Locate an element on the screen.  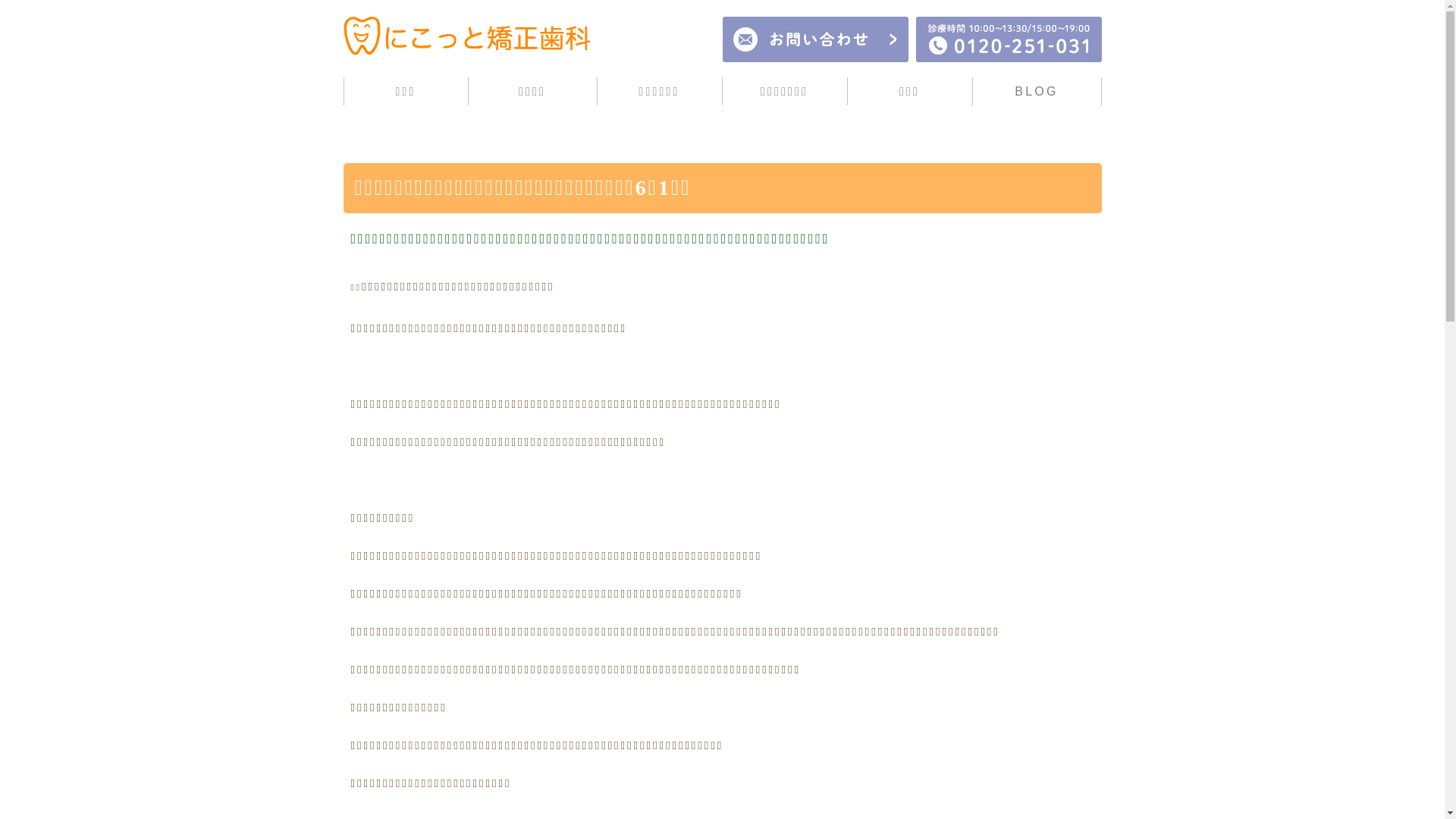
'BLOG' is located at coordinates (1035, 91).